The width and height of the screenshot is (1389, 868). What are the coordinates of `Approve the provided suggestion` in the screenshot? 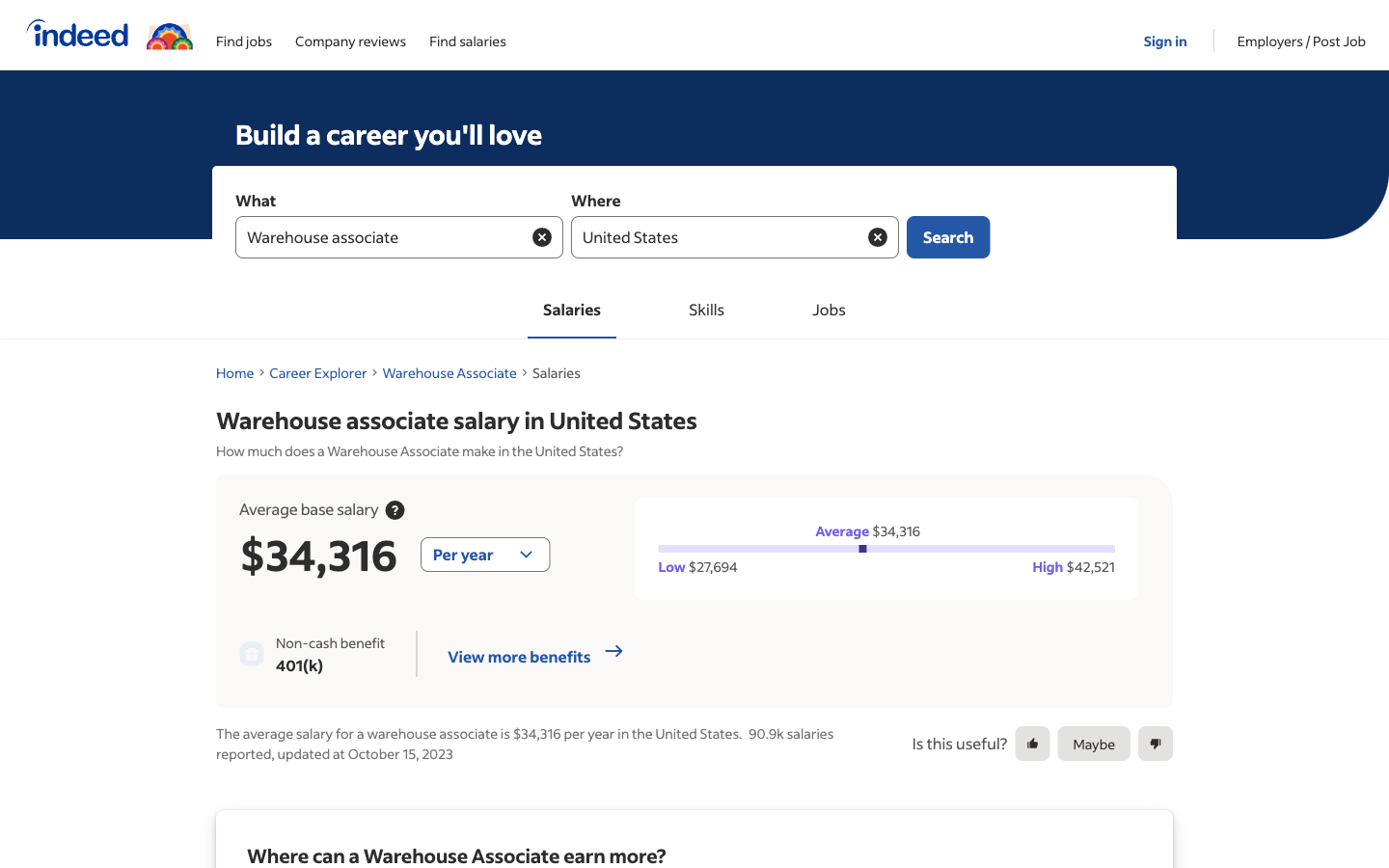 It's located at (1032, 743).